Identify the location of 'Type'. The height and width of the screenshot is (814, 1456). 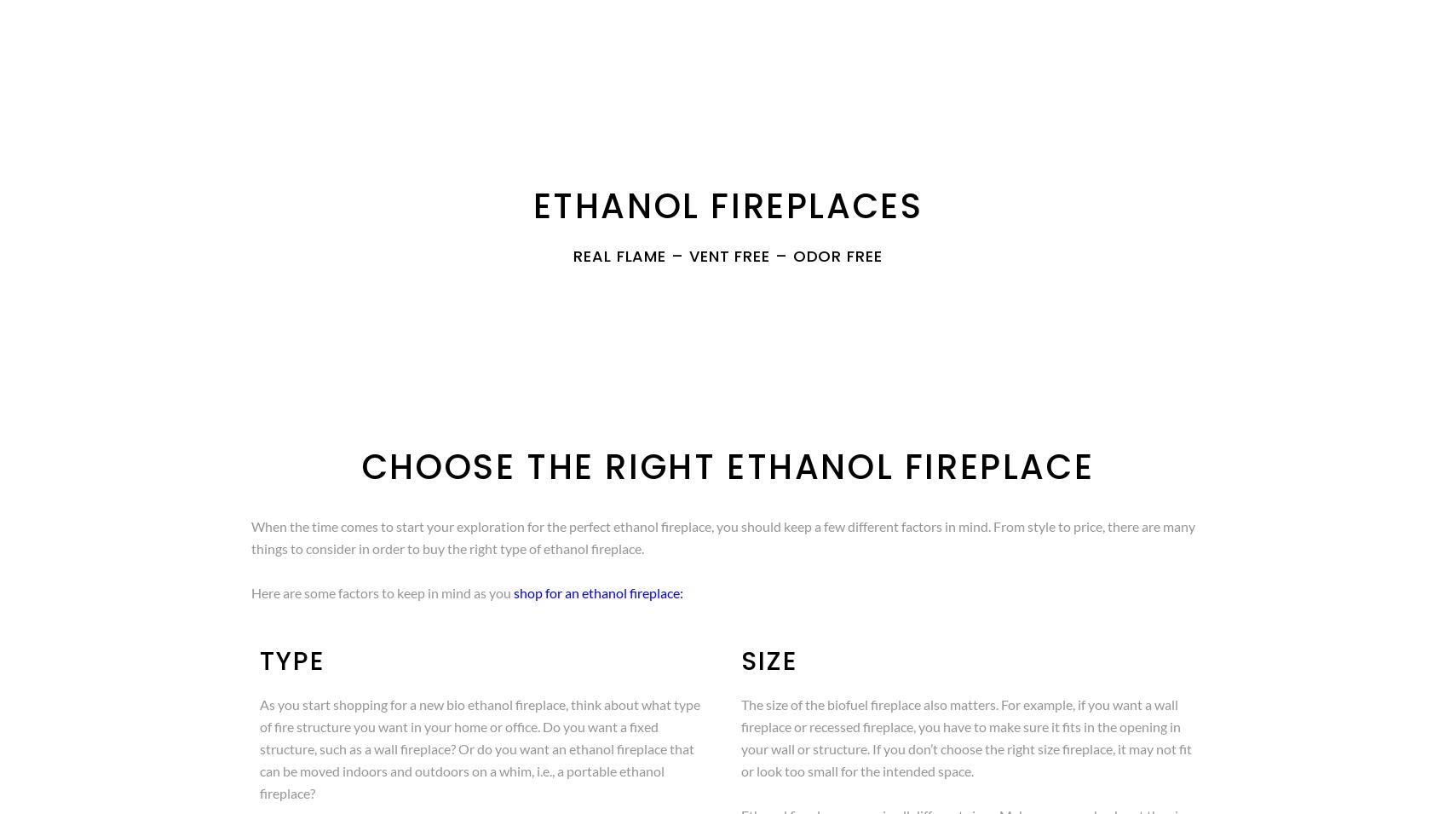
(290, 661).